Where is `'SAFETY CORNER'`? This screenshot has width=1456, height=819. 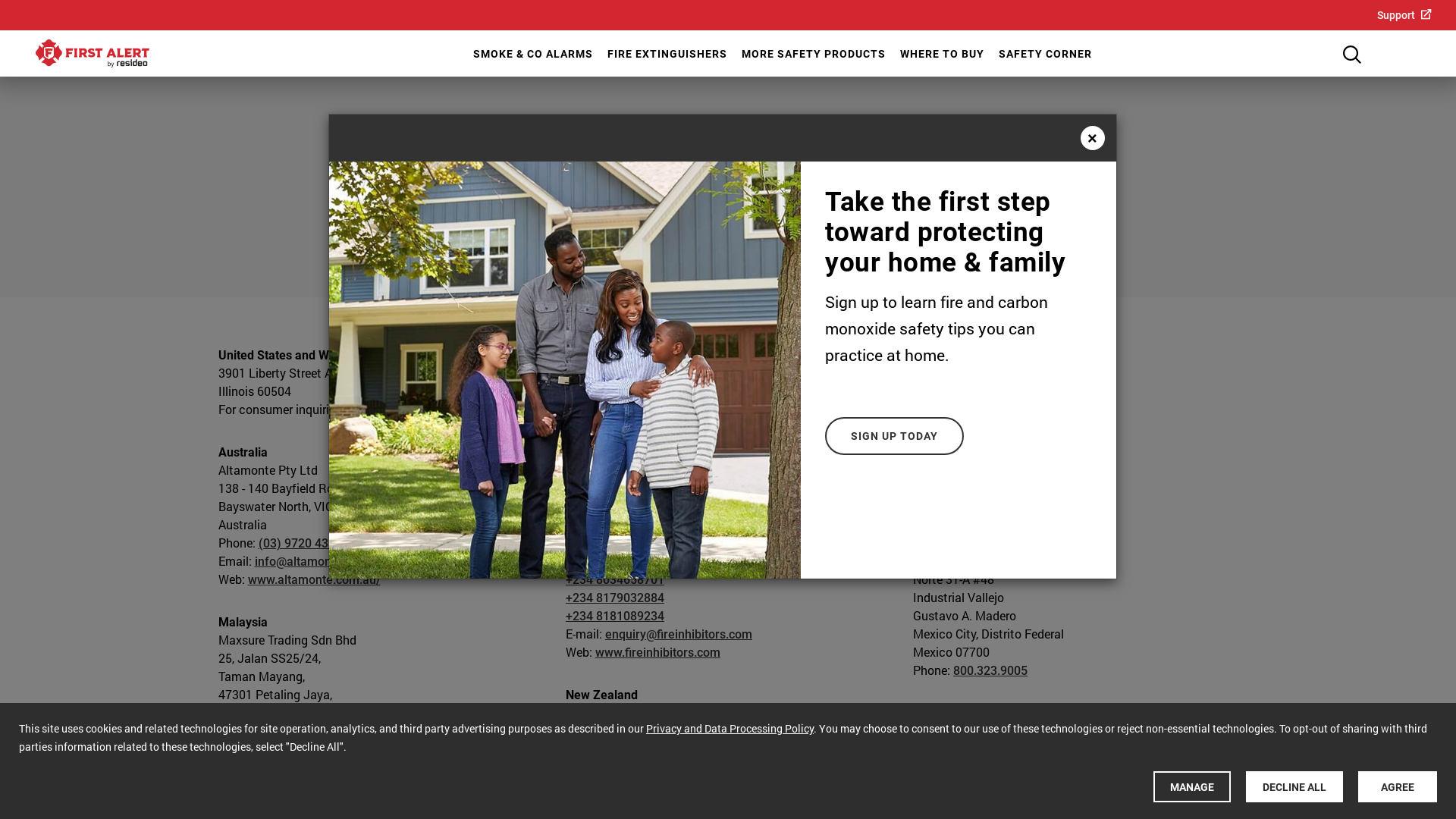 'SAFETY CORNER' is located at coordinates (1043, 52).